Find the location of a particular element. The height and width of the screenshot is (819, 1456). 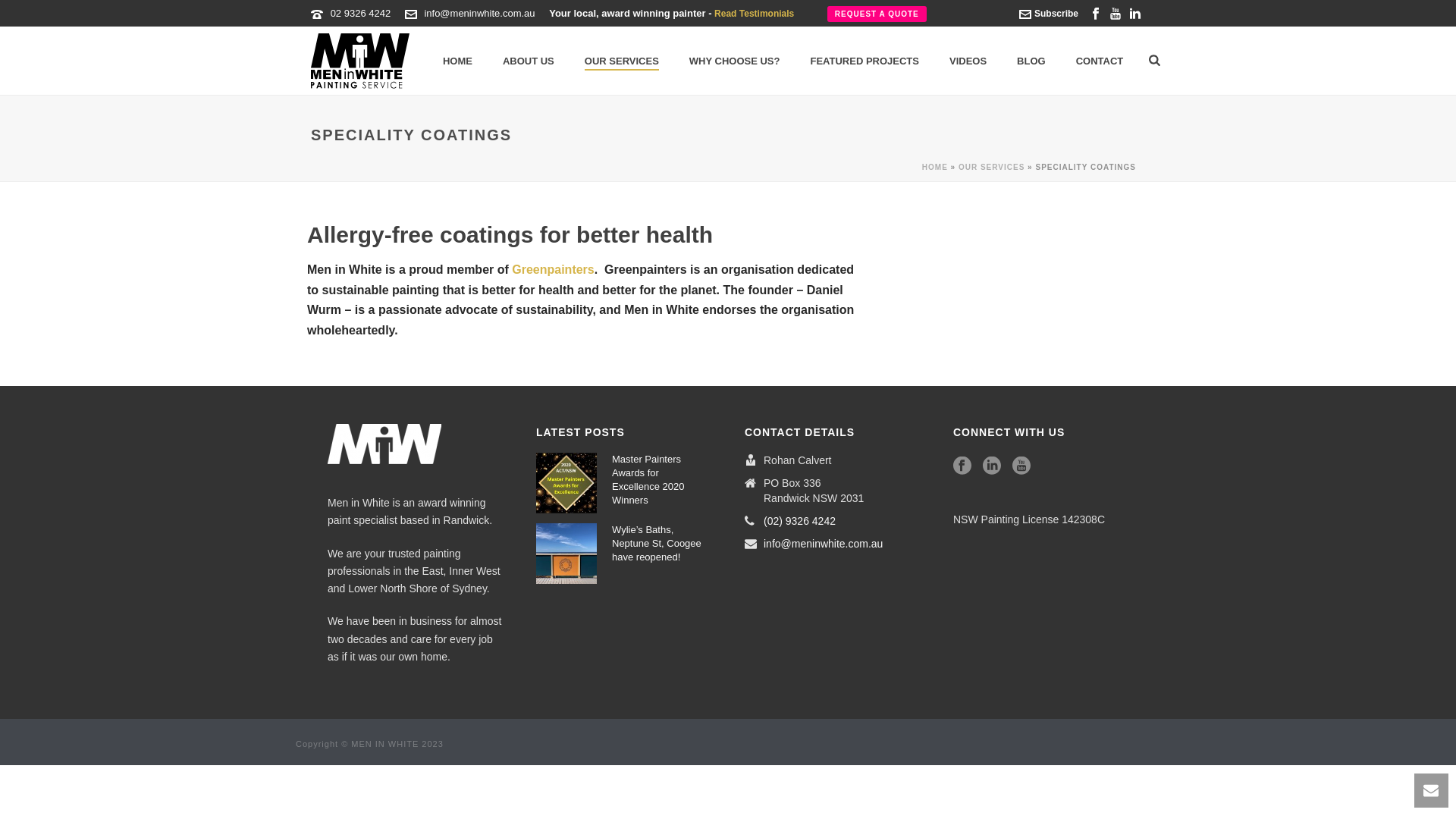

'VIDEOS' is located at coordinates (967, 61).